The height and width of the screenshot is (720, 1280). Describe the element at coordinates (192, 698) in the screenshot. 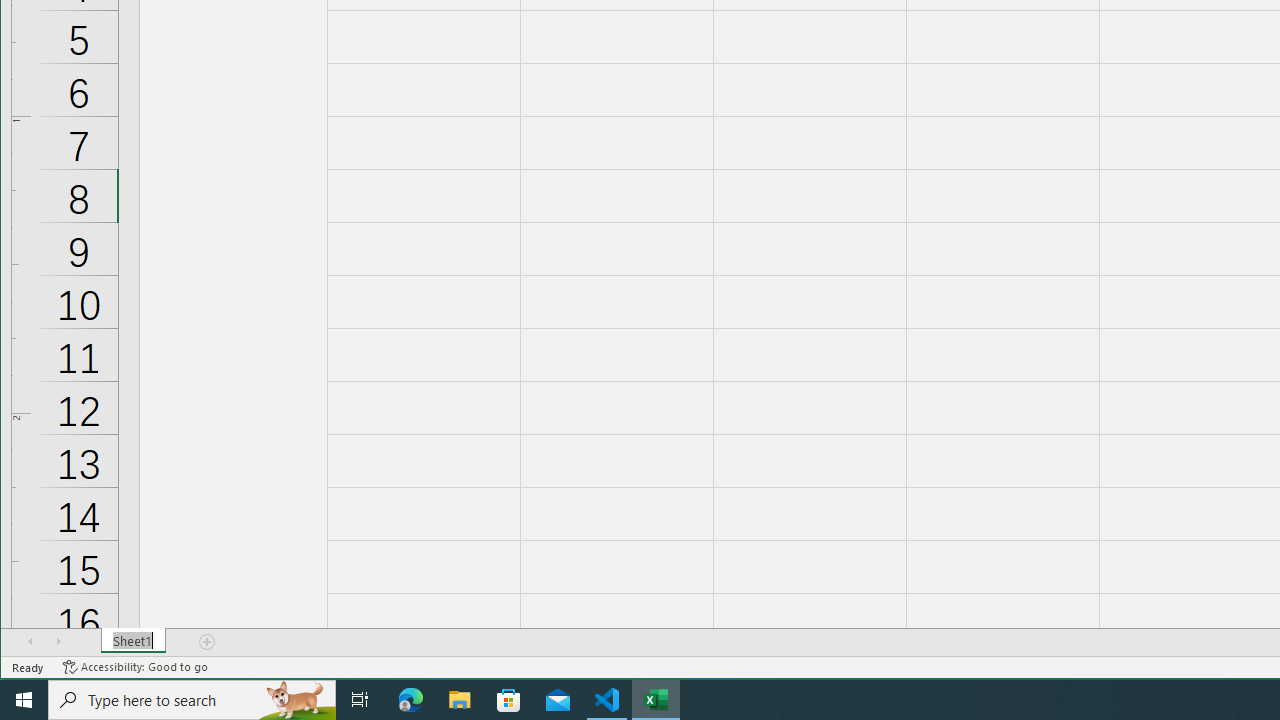

I see `'Type here to search'` at that location.